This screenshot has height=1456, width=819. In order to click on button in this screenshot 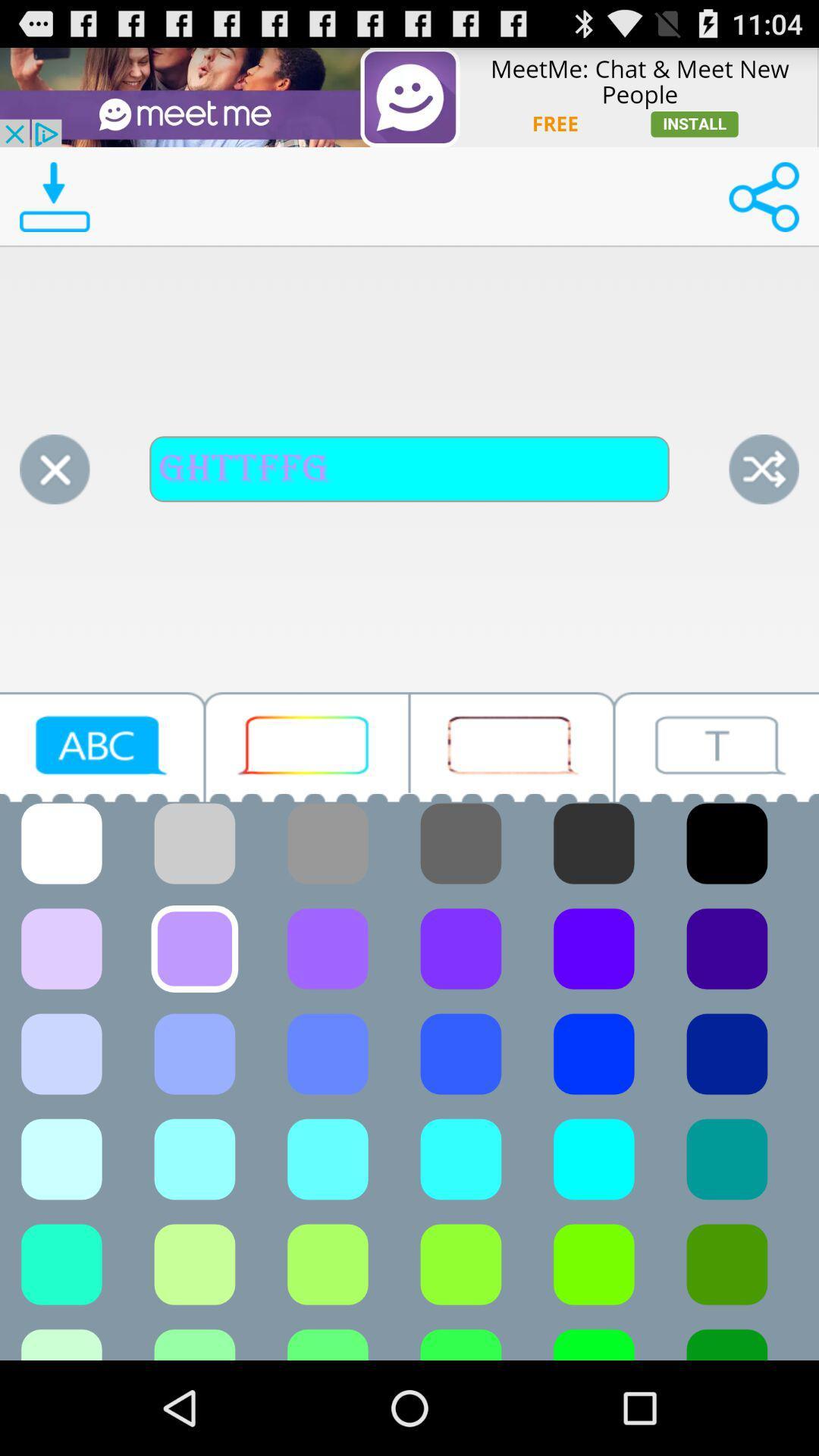, I will do `click(512, 747)`.